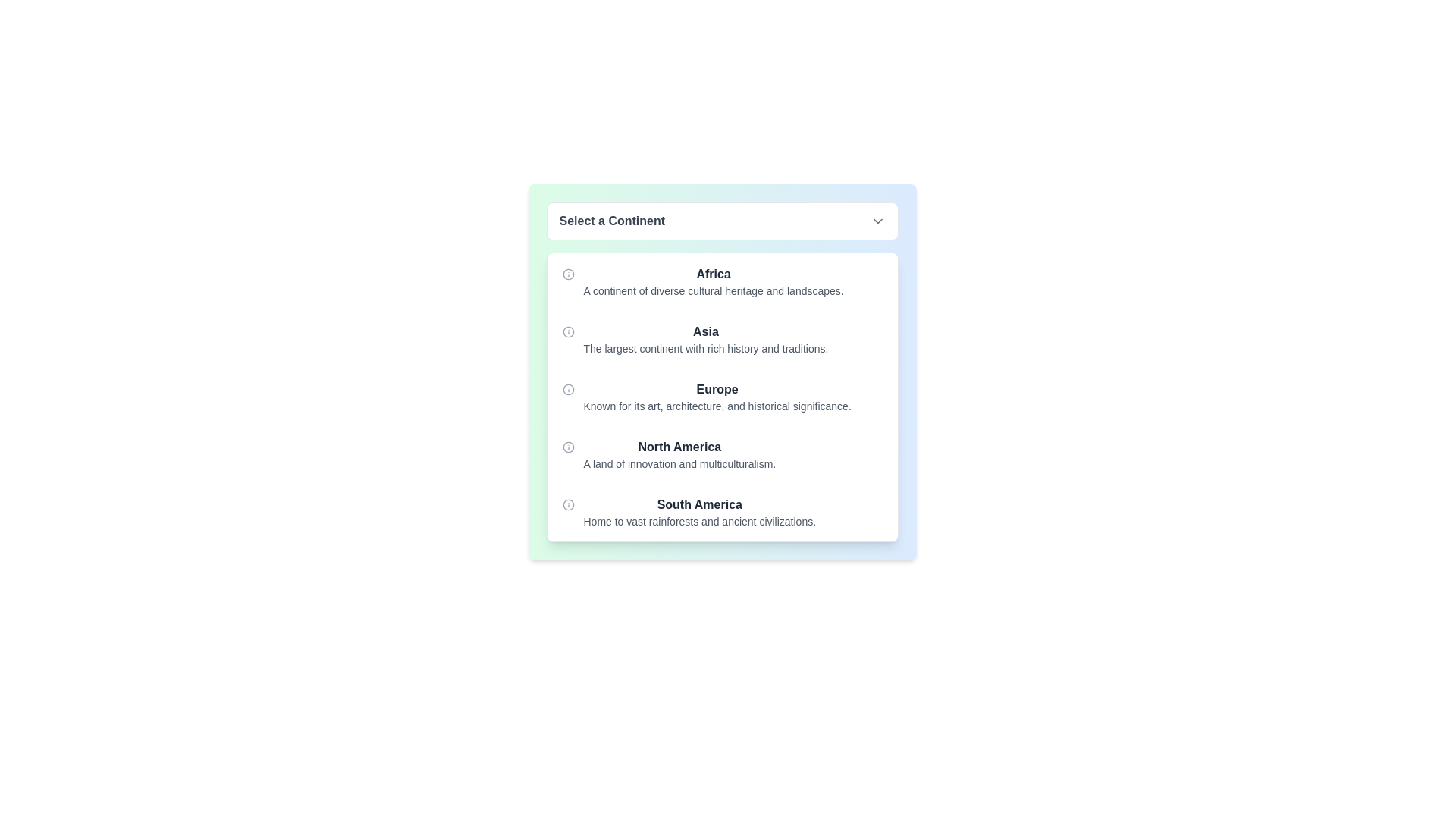  Describe the element at coordinates (567, 275) in the screenshot. I see `the circular graphical icon element with a stroke color matching the text-gray-400 style, located just before the text 'Africa' in the interface` at that location.